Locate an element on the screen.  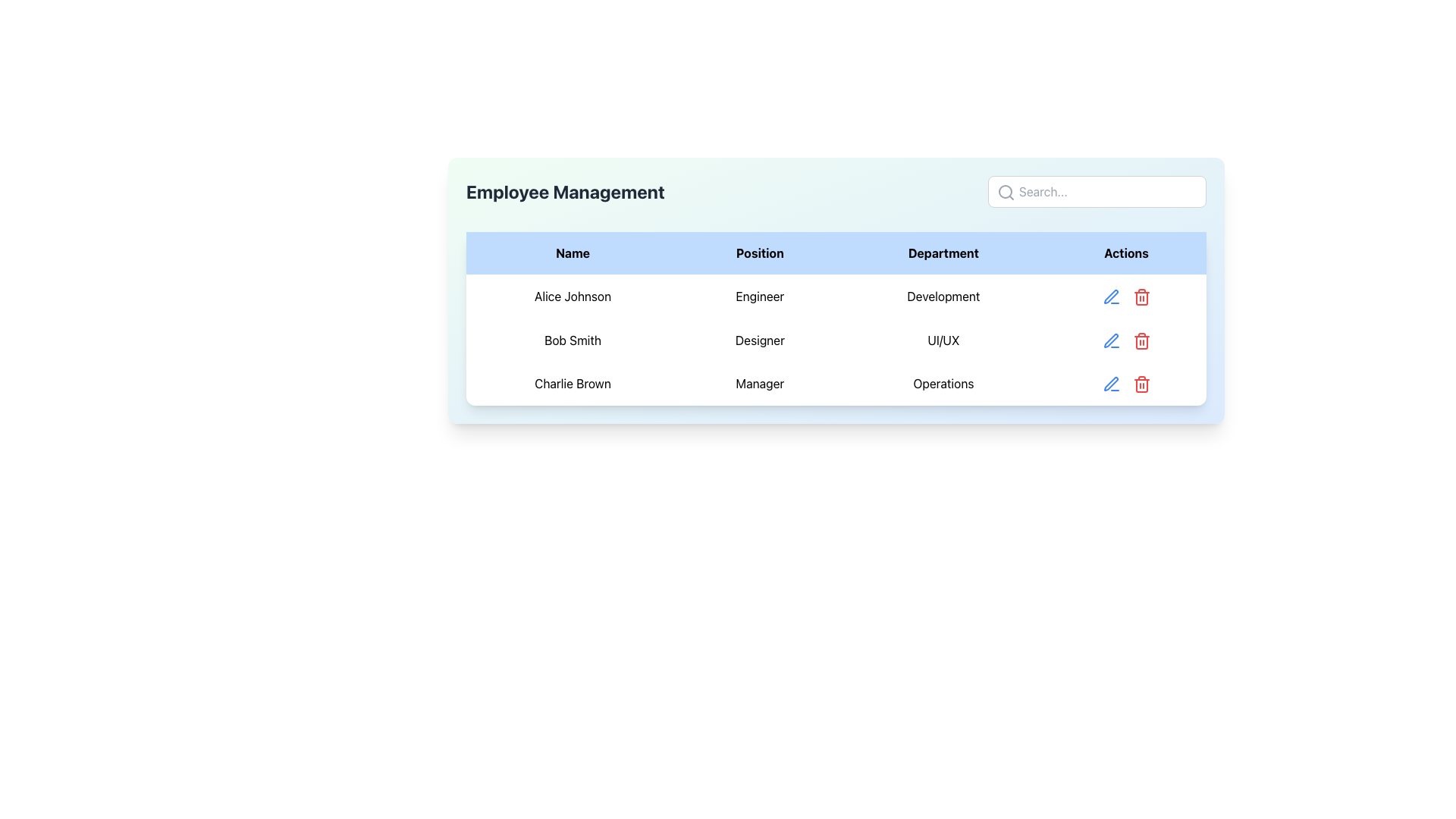
bold text label 'Employee Management' which is prominently displayed on a light background near the top of the interface is located at coordinates (564, 191).